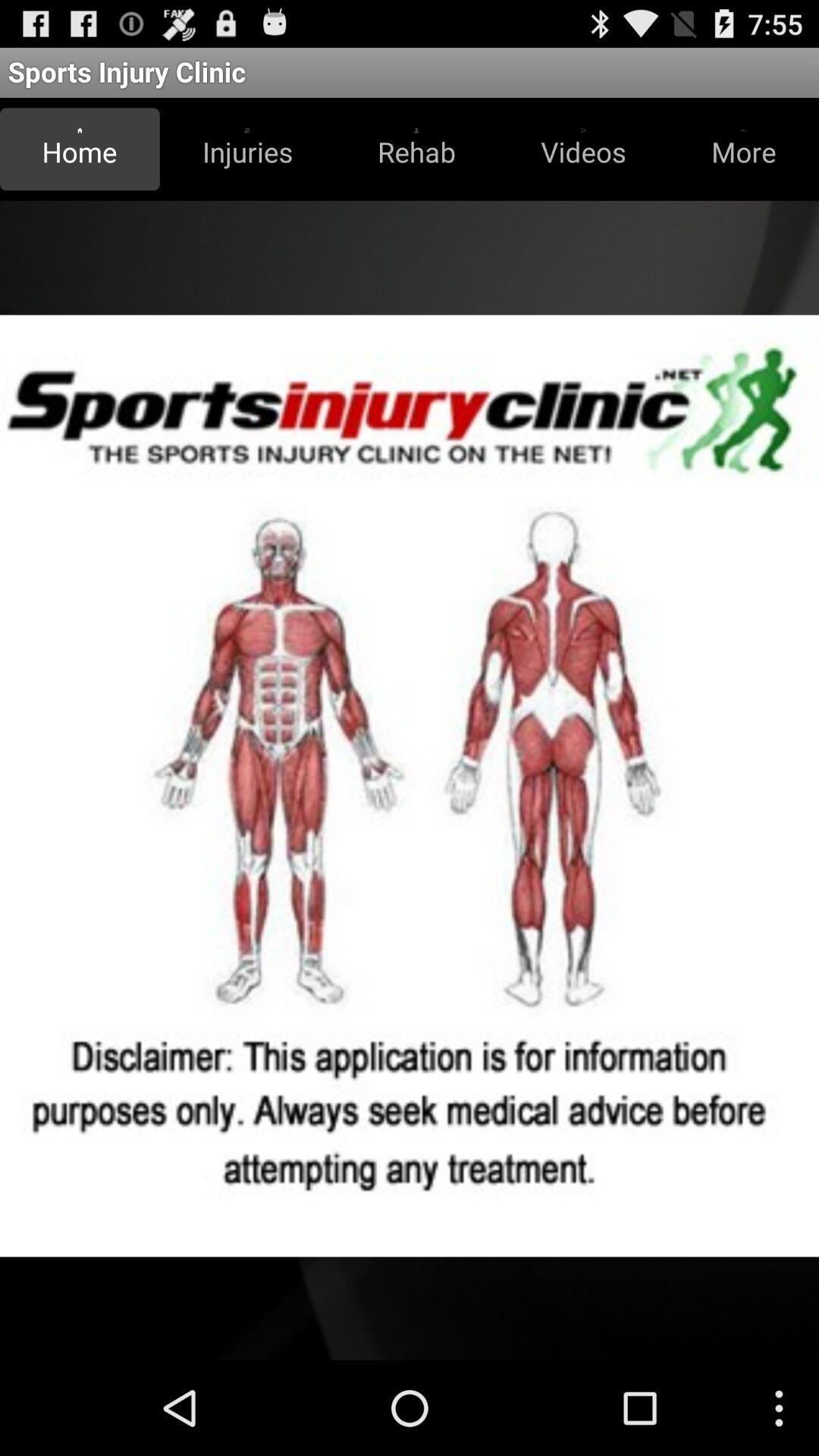 Image resolution: width=819 pixels, height=1456 pixels. Describe the element at coordinates (742, 149) in the screenshot. I see `button to the right of videos icon` at that location.